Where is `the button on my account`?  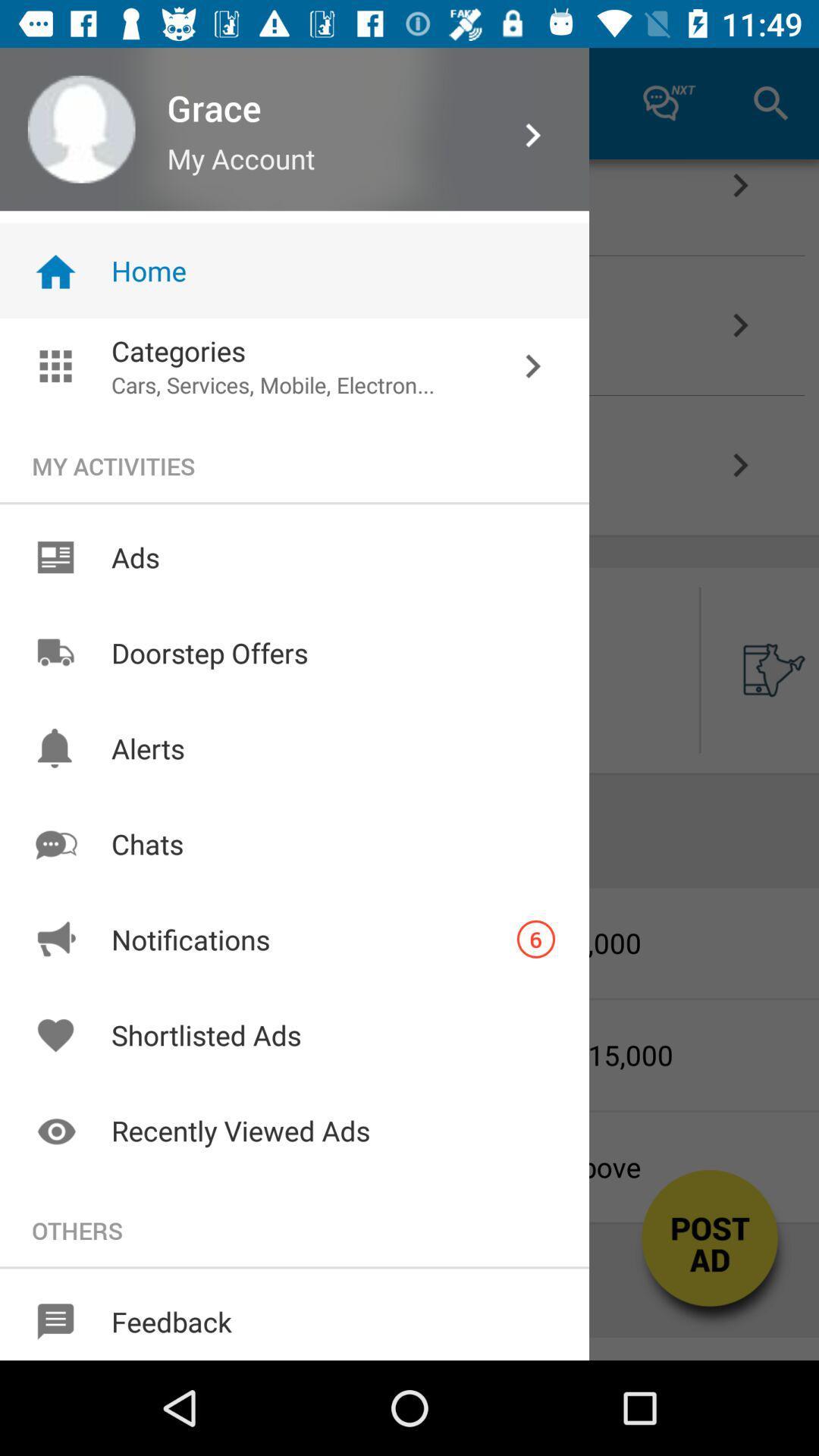
the button on my account is located at coordinates (293, 102).